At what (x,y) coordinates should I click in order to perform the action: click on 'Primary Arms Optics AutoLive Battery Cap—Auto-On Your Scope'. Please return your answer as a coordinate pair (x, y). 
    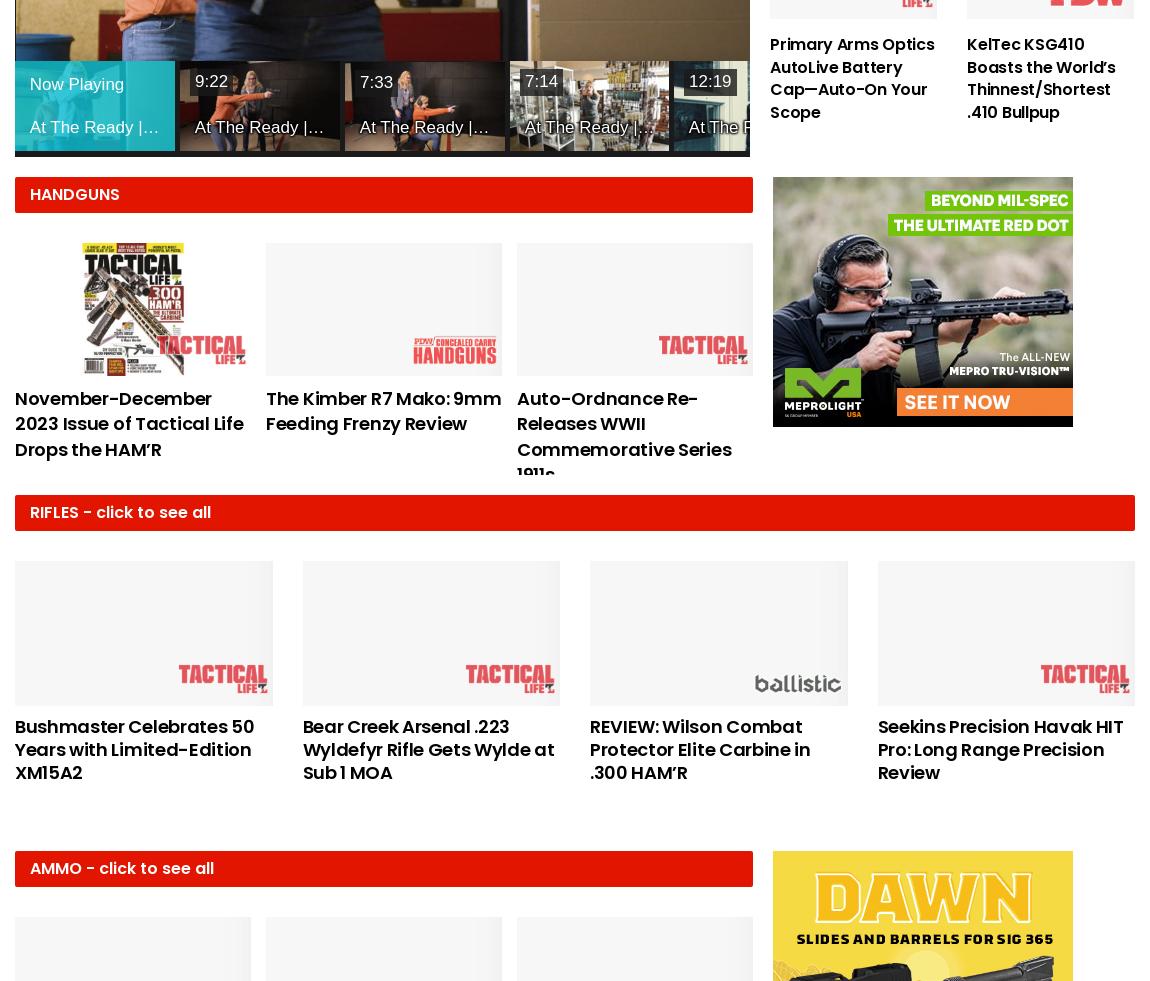
    Looking at the image, I should click on (851, 76).